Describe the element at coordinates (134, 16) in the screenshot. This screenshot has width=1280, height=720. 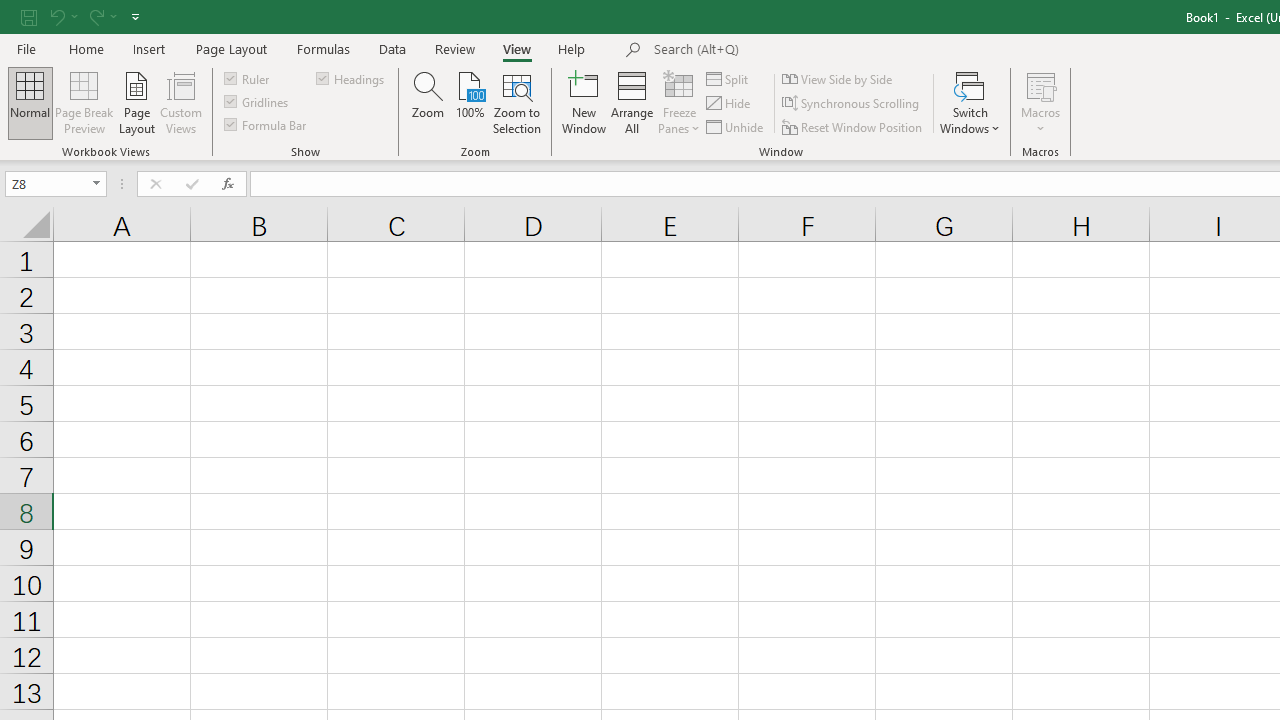
I see `'Customize Quick Access Toolbar'` at that location.